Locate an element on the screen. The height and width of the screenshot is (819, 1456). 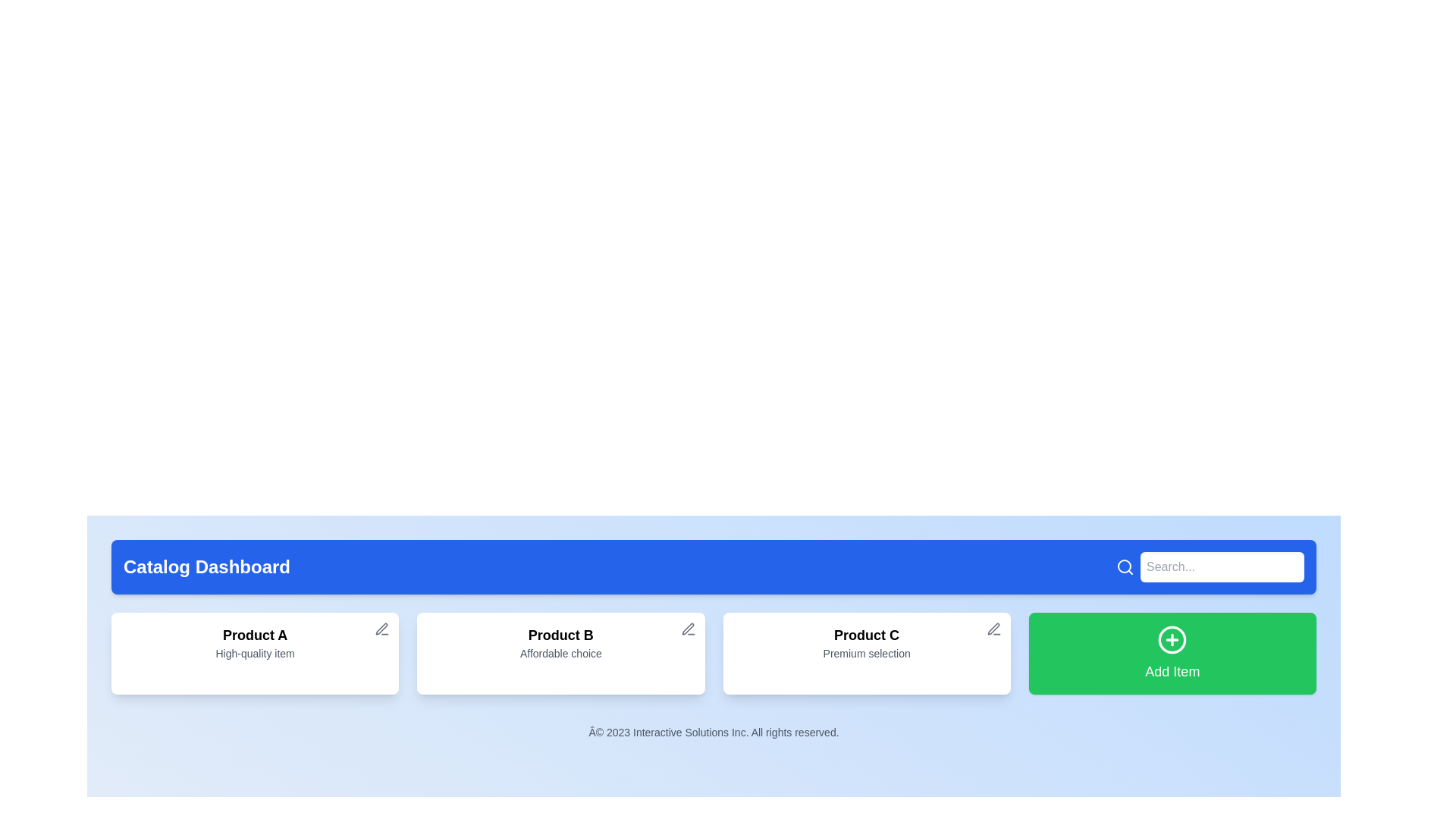
the Header text that serves as the title of the 'Catalog Dashboard' section, located in the top bar on the left side next to a search bar is located at coordinates (206, 567).